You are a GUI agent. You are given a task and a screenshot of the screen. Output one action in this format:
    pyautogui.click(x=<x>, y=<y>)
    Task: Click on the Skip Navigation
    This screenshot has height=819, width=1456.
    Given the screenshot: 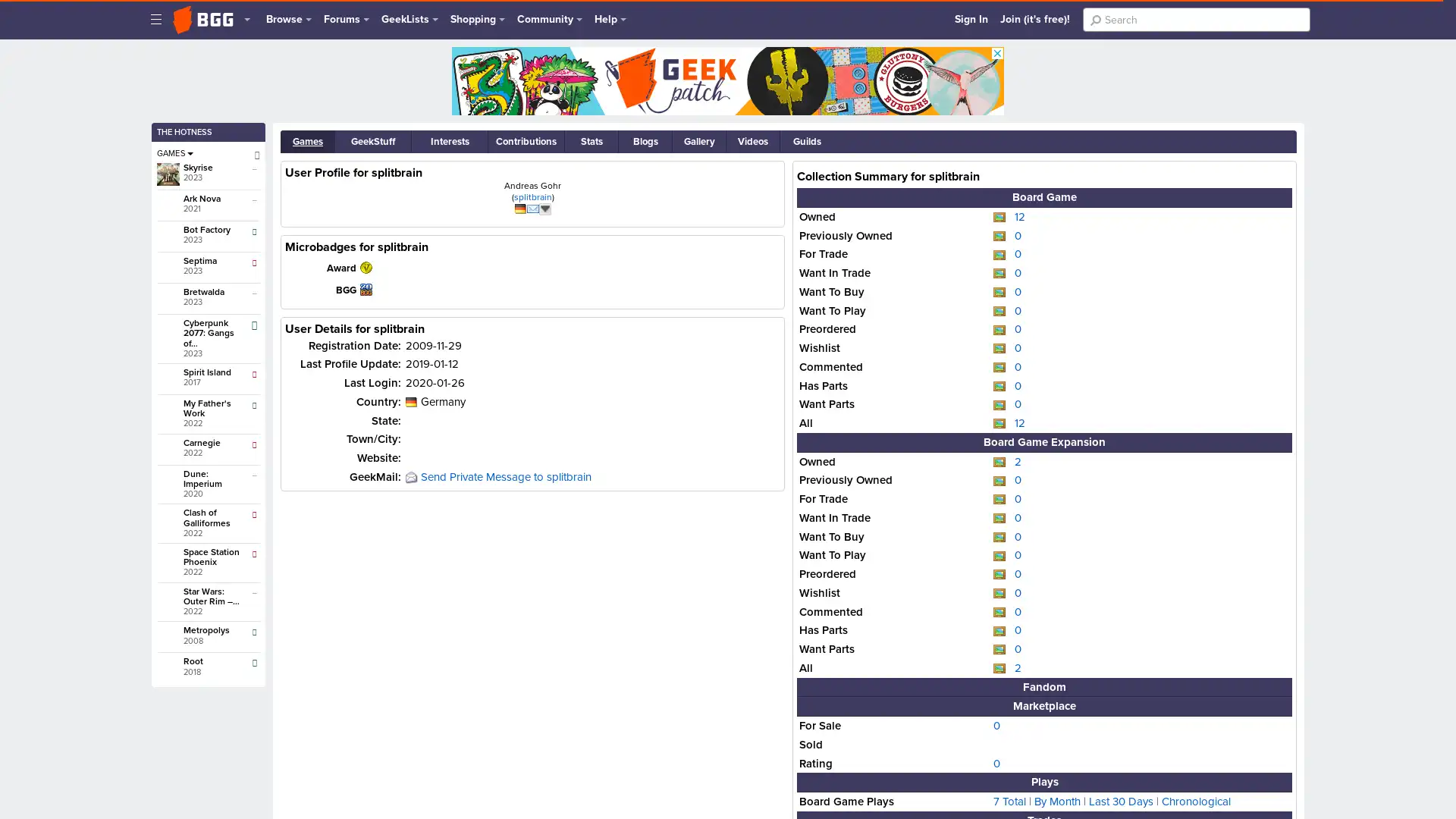 What is the action you would take?
    pyautogui.click(x=160, y=10)
    